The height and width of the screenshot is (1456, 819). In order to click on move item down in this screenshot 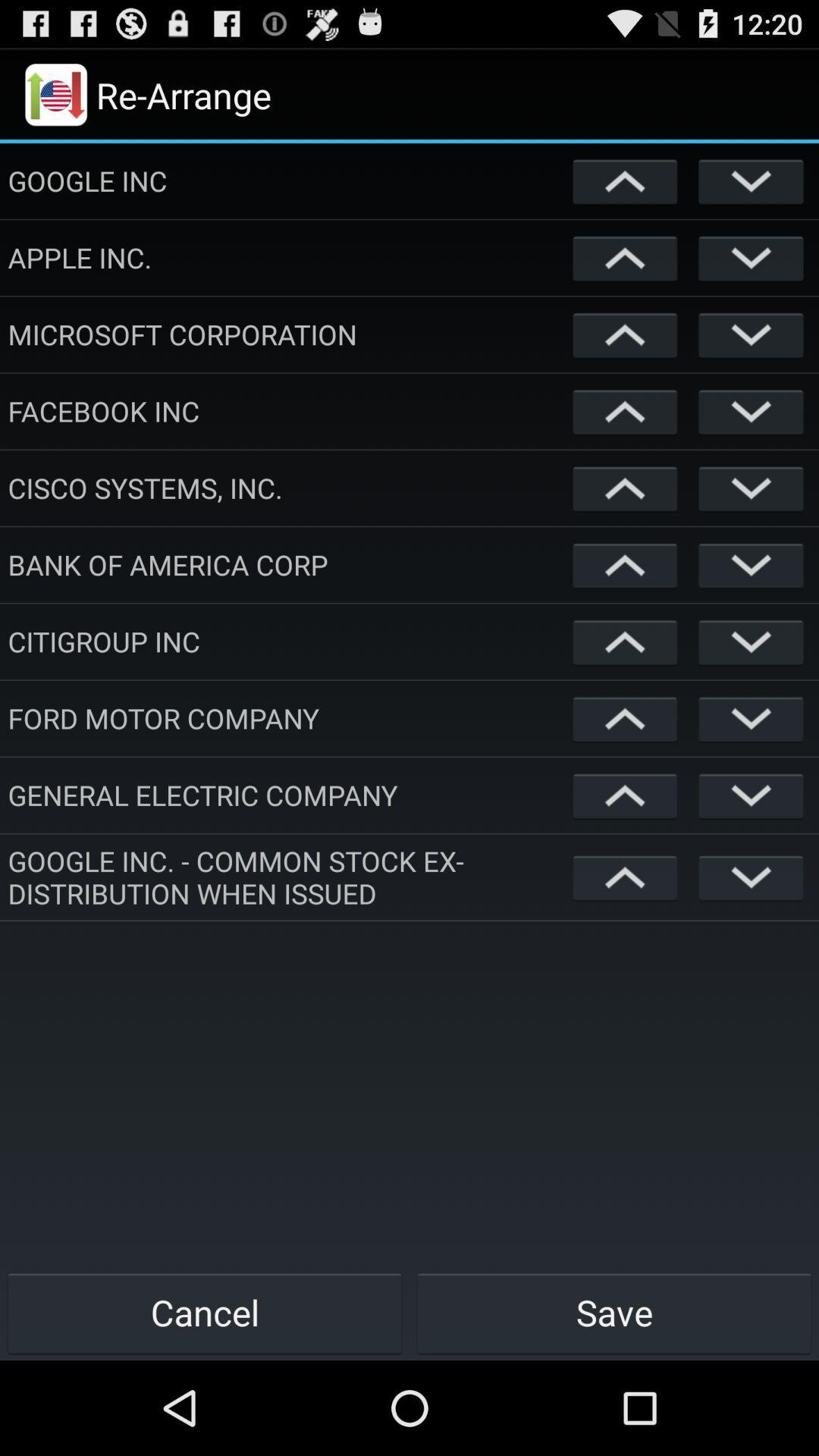, I will do `click(751, 717)`.